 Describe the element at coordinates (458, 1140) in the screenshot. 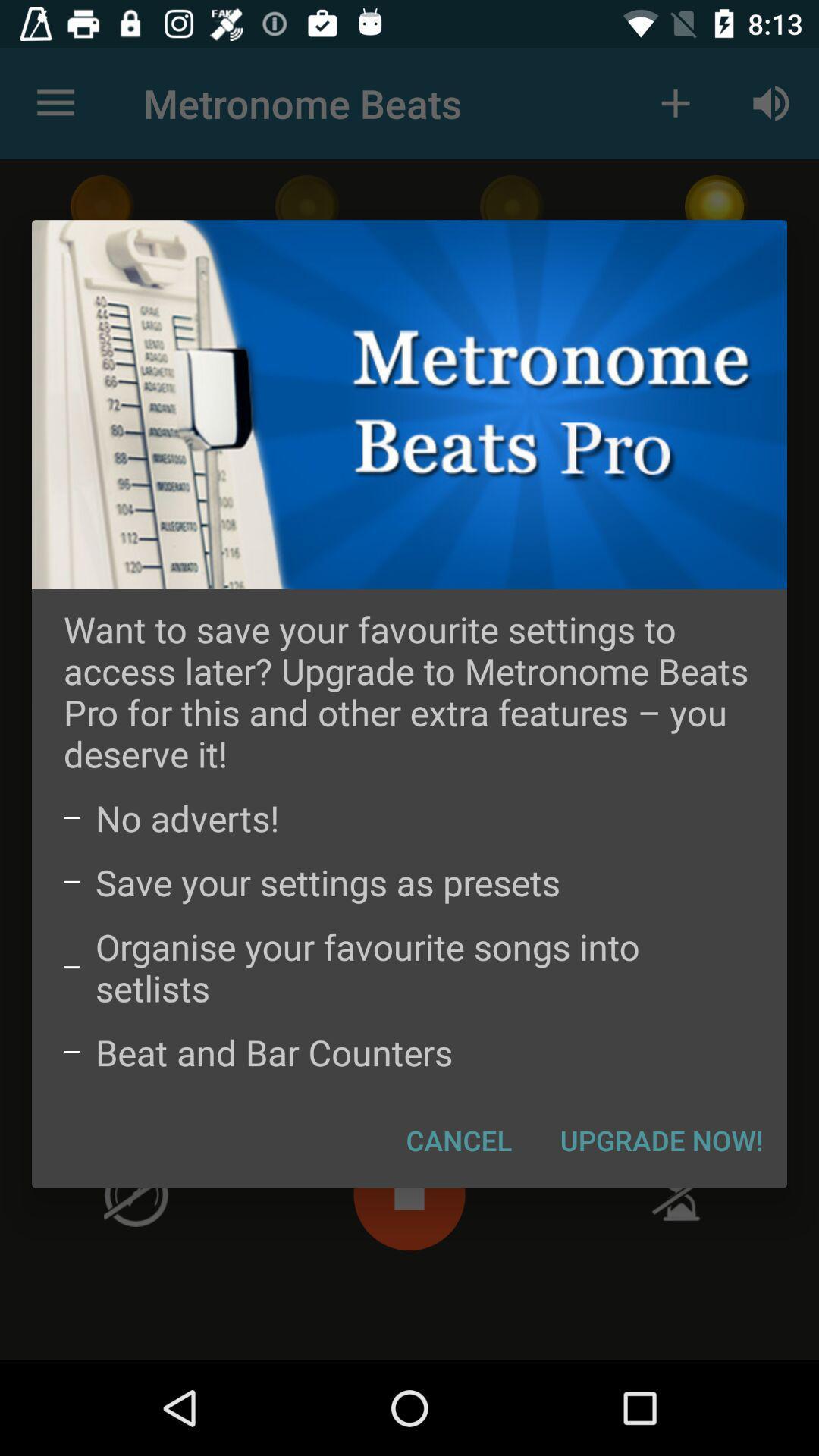

I see `the item at the bottom` at that location.